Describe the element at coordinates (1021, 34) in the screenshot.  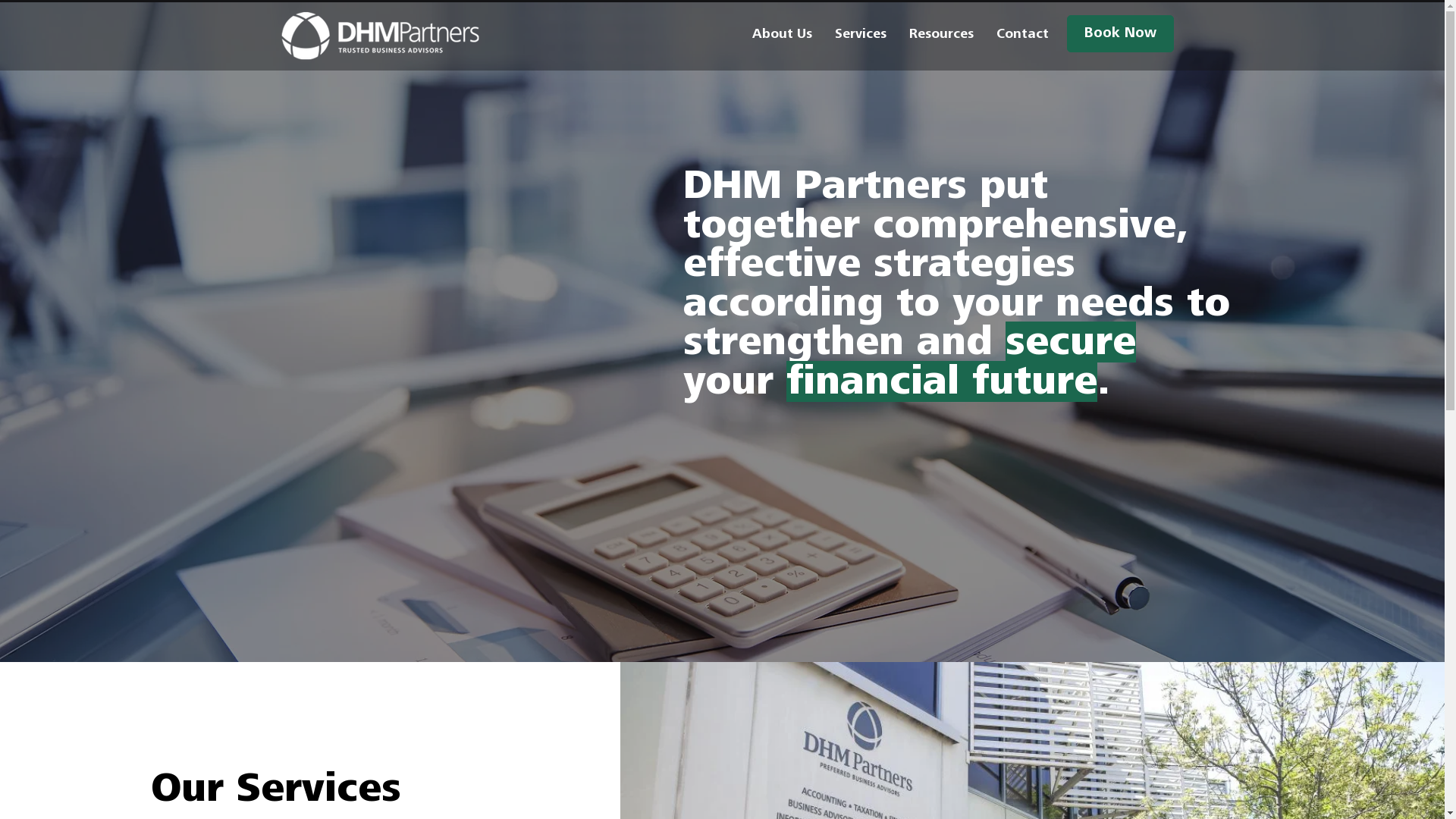
I see `'Contact'` at that location.